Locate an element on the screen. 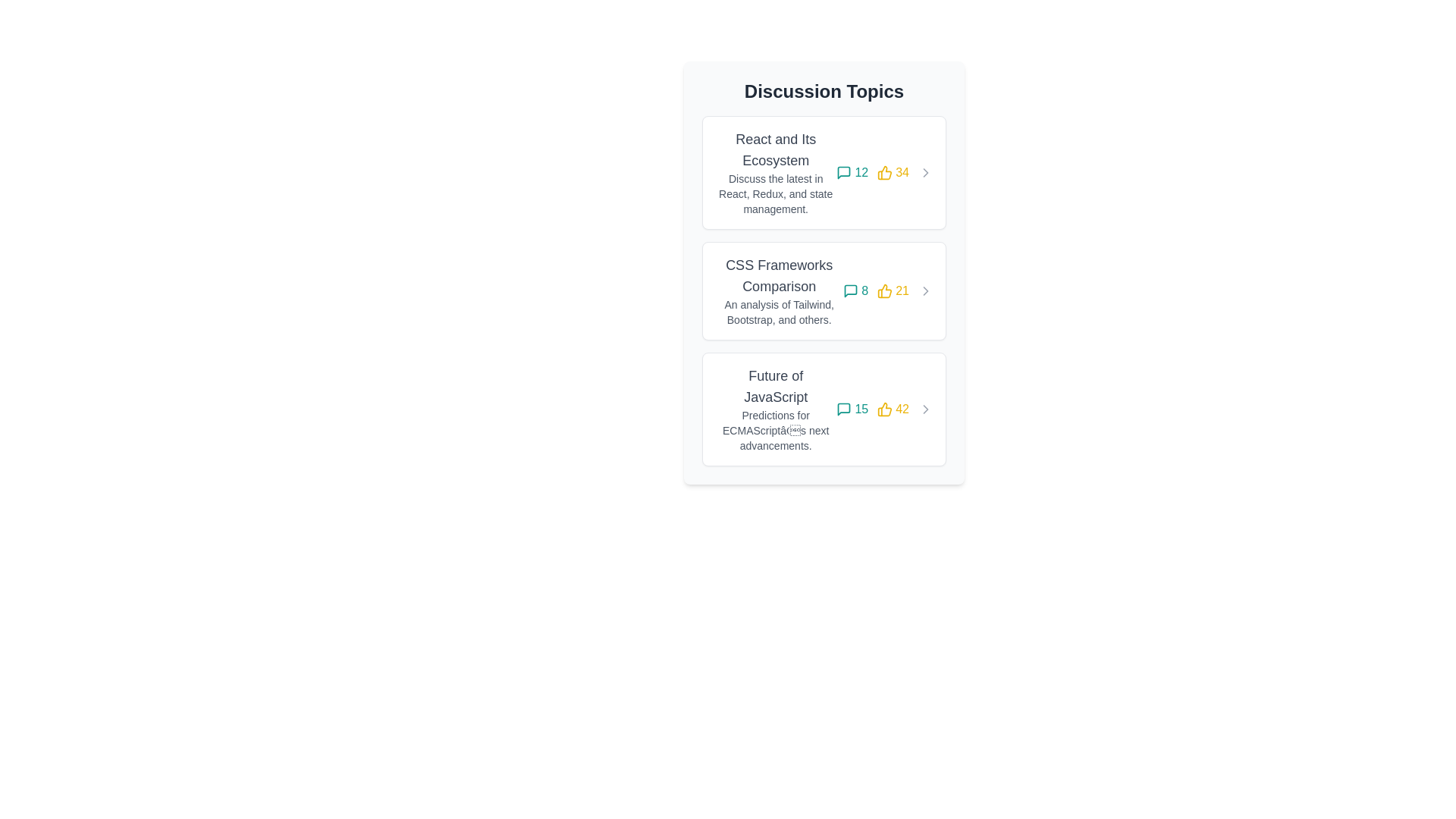 Image resolution: width=1456 pixels, height=819 pixels. the text display element titled 'Future of JavaScript' is located at coordinates (776, 409).